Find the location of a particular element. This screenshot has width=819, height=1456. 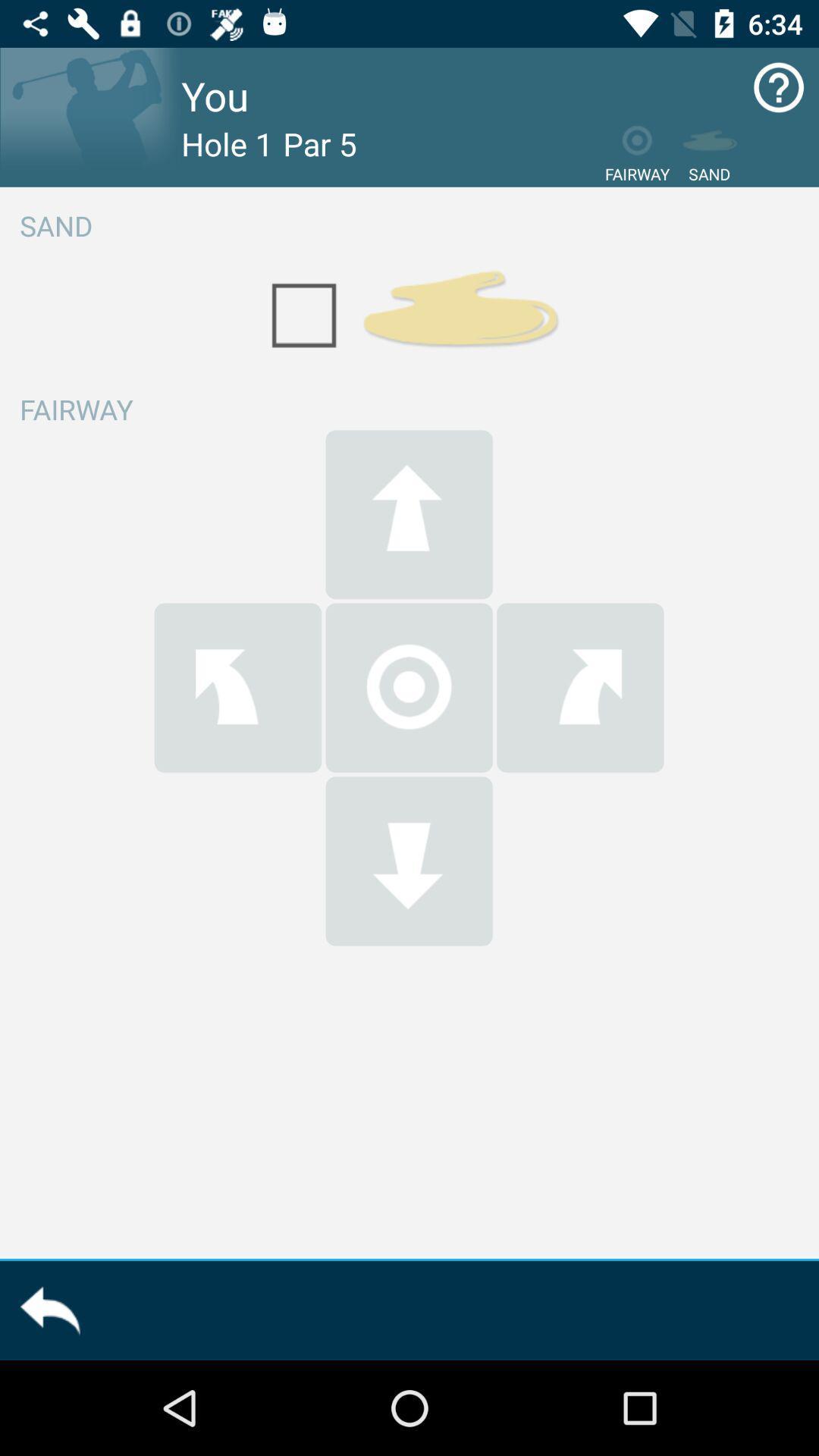

aim forward is located at coordinates (408, 514).